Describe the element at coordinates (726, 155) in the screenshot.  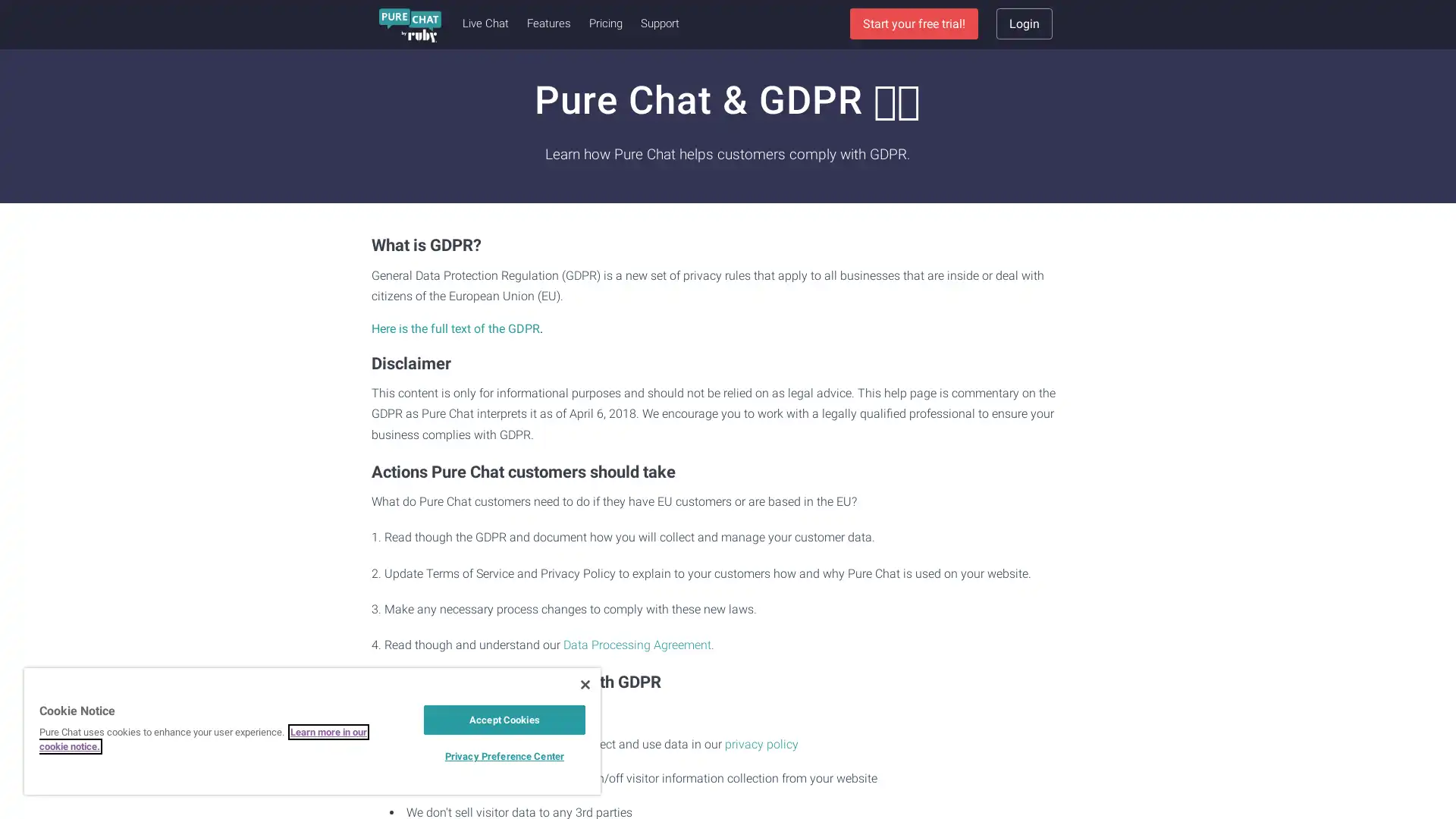
I see `Sign Up` at that location.